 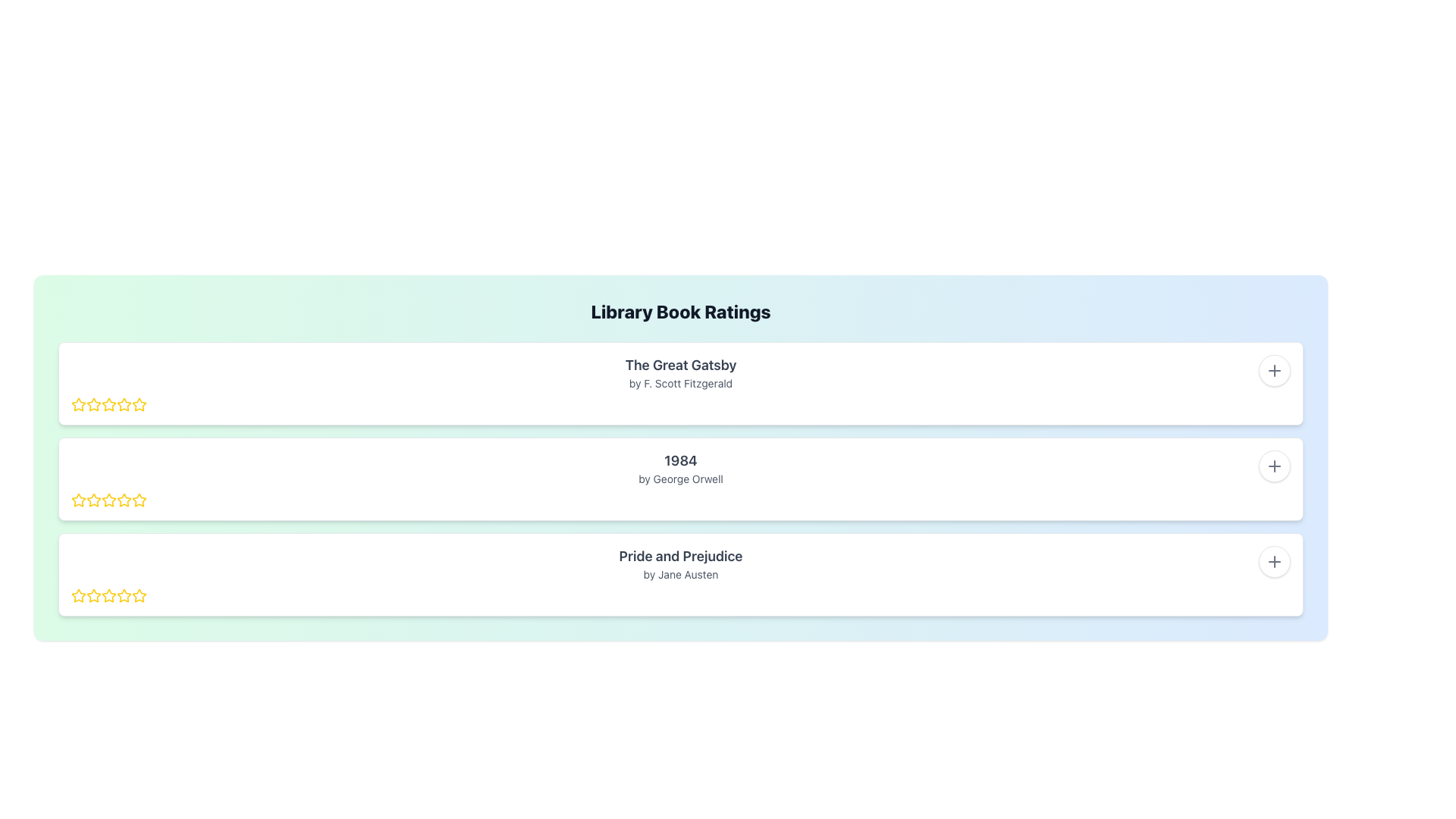 What do you see at coordinates (1274, 561) in the screenshot?
I see `the circular plus icon located at the top-right corner of the box representing 'Pride and Prejudice' by Jane Austen to initiate an action` at bounding box center [1274, 561].